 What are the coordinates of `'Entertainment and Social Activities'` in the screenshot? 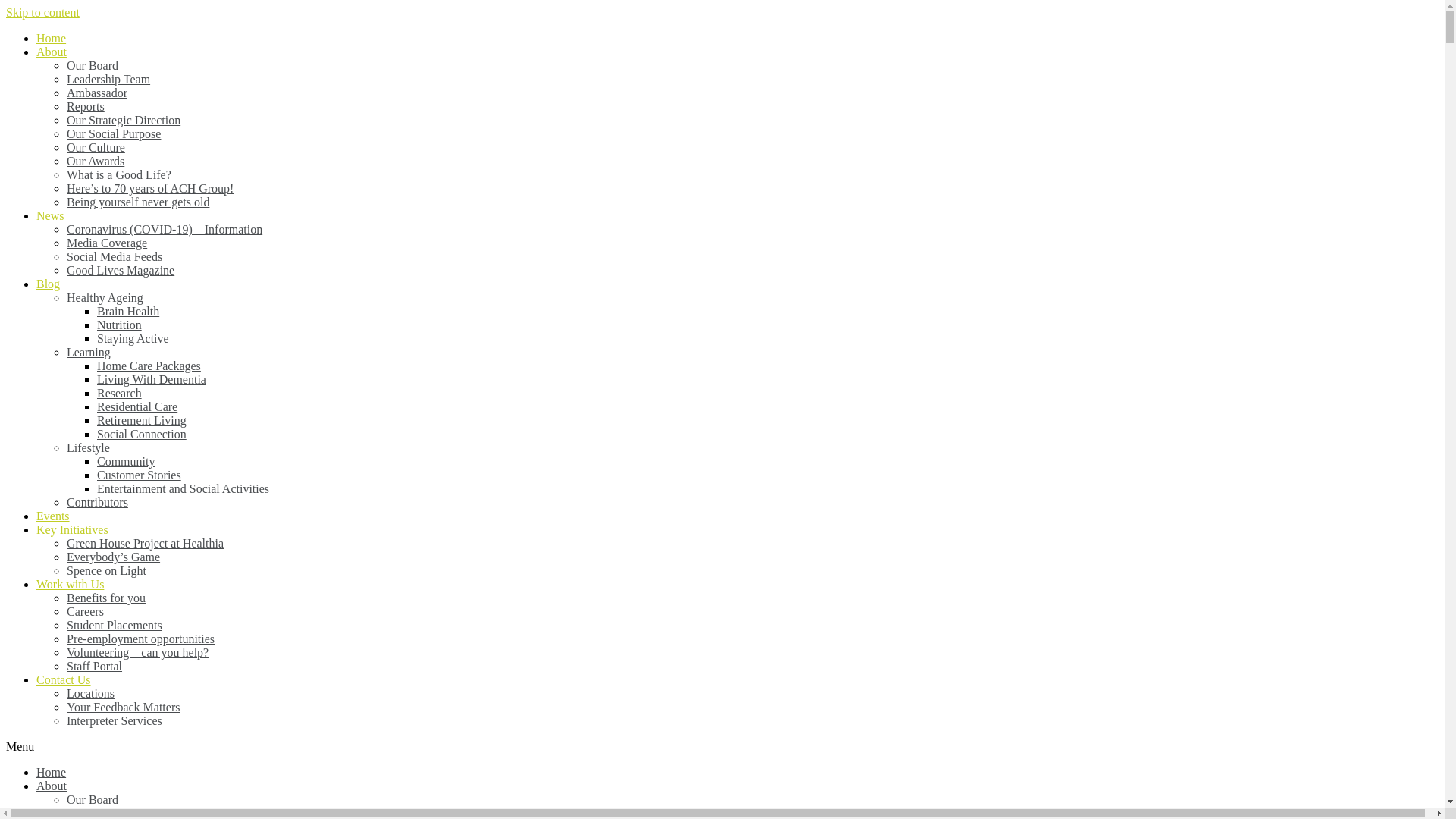 It's located at (182, 488).